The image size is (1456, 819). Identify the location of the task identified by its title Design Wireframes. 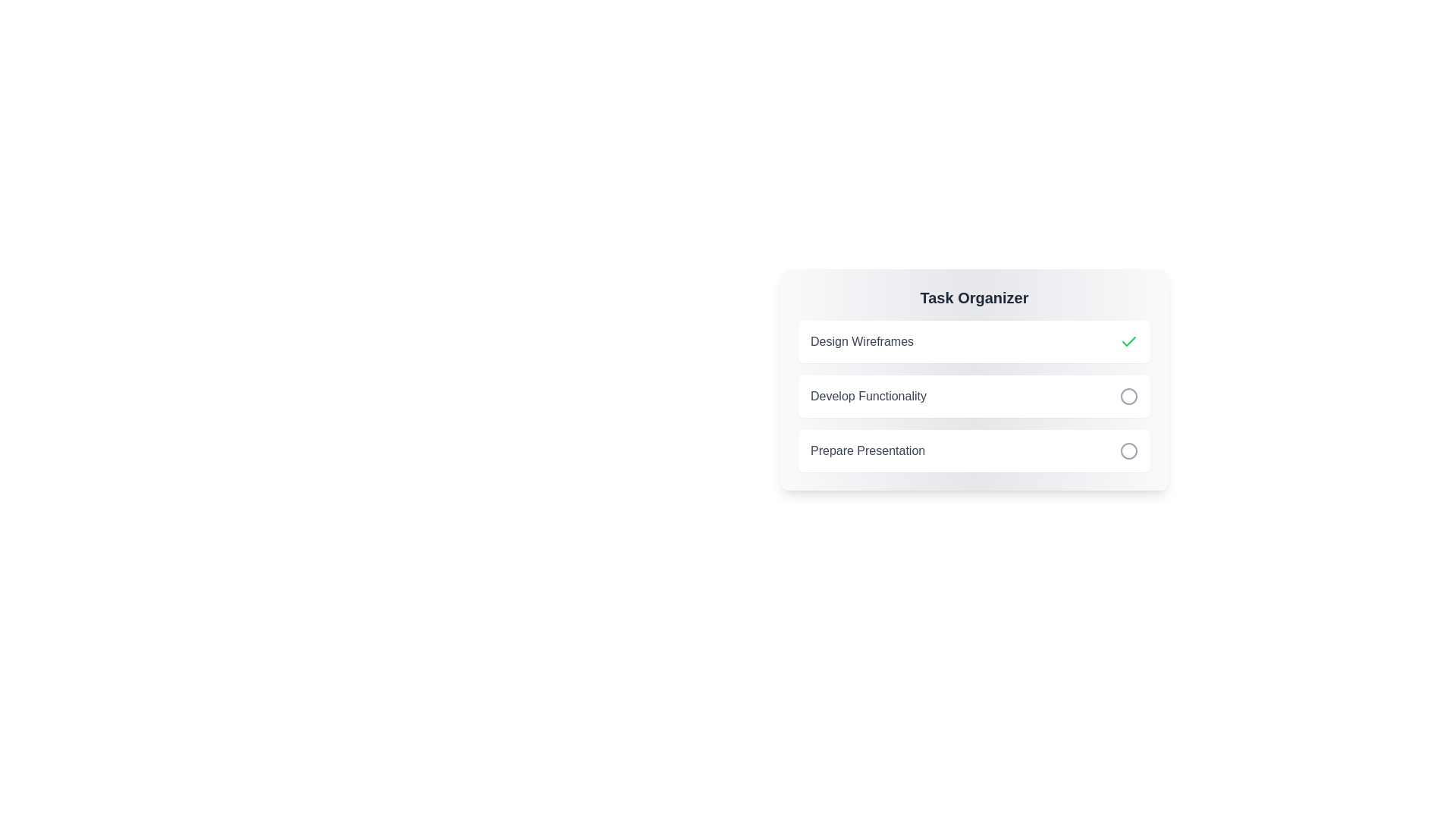
(1128, 342).